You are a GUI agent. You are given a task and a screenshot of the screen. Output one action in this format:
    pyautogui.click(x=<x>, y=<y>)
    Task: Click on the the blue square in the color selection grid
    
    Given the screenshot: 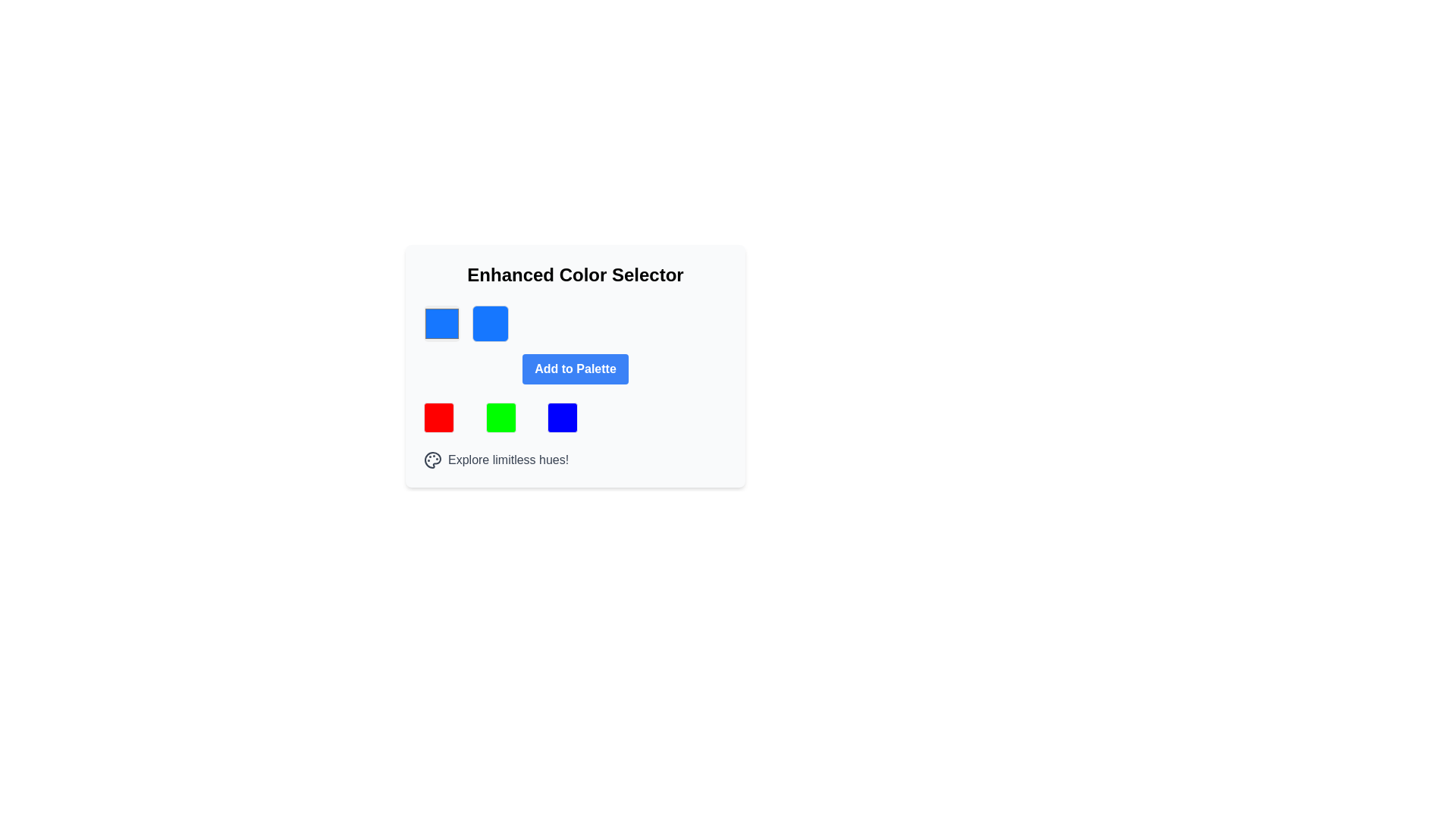 What is the action you would take?
    pyautogui.click(x=574, y=418)
    